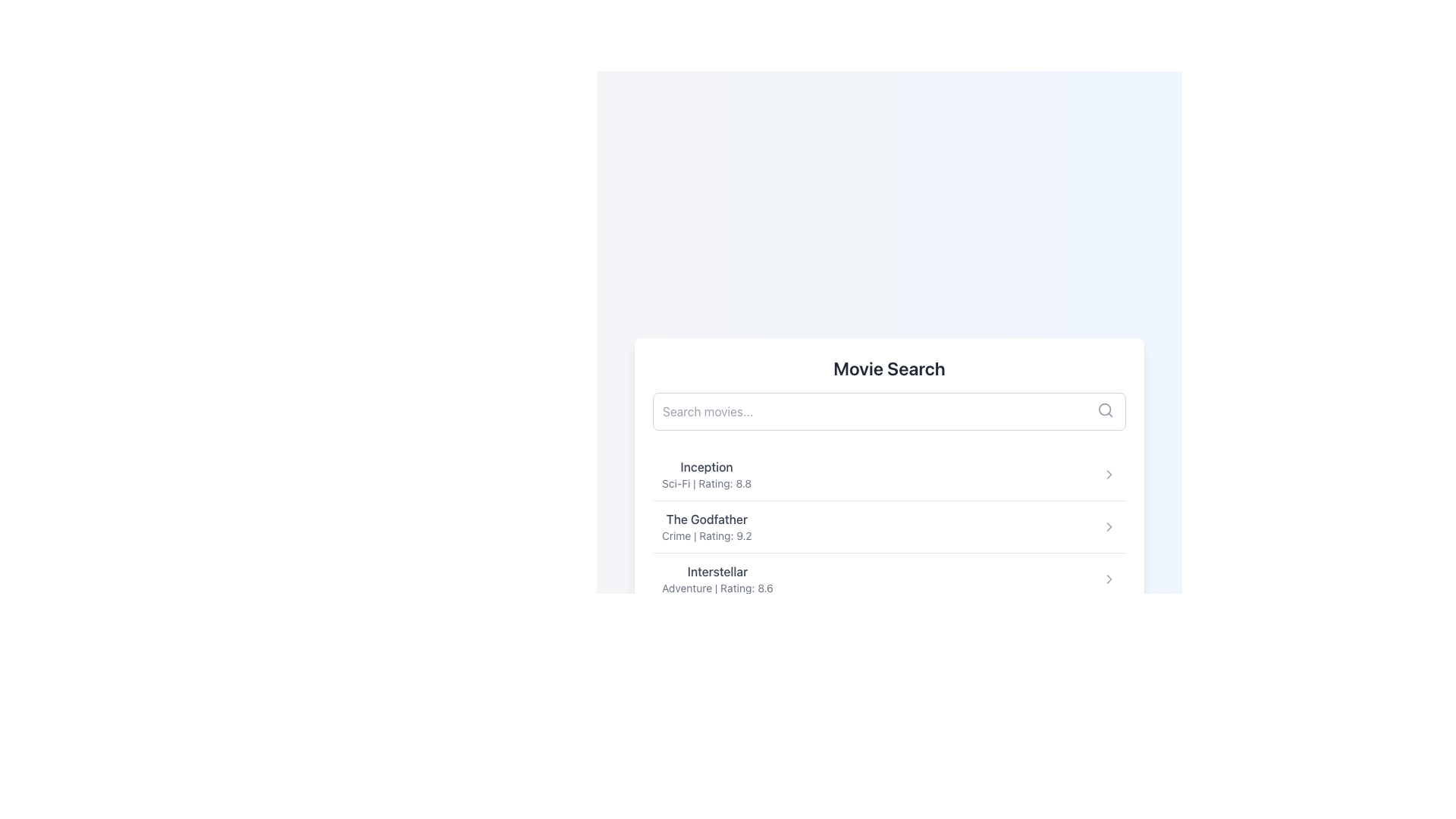  What do you see at coordinates (706, 535) in the screenshot?
I see `static text label providing additional information about the movie 'The Godfather', which indicates its genre ('Crime') and rating (9.2). This label is located directly below the title and aligns horizontally with it` at bounding box center [706, 535].